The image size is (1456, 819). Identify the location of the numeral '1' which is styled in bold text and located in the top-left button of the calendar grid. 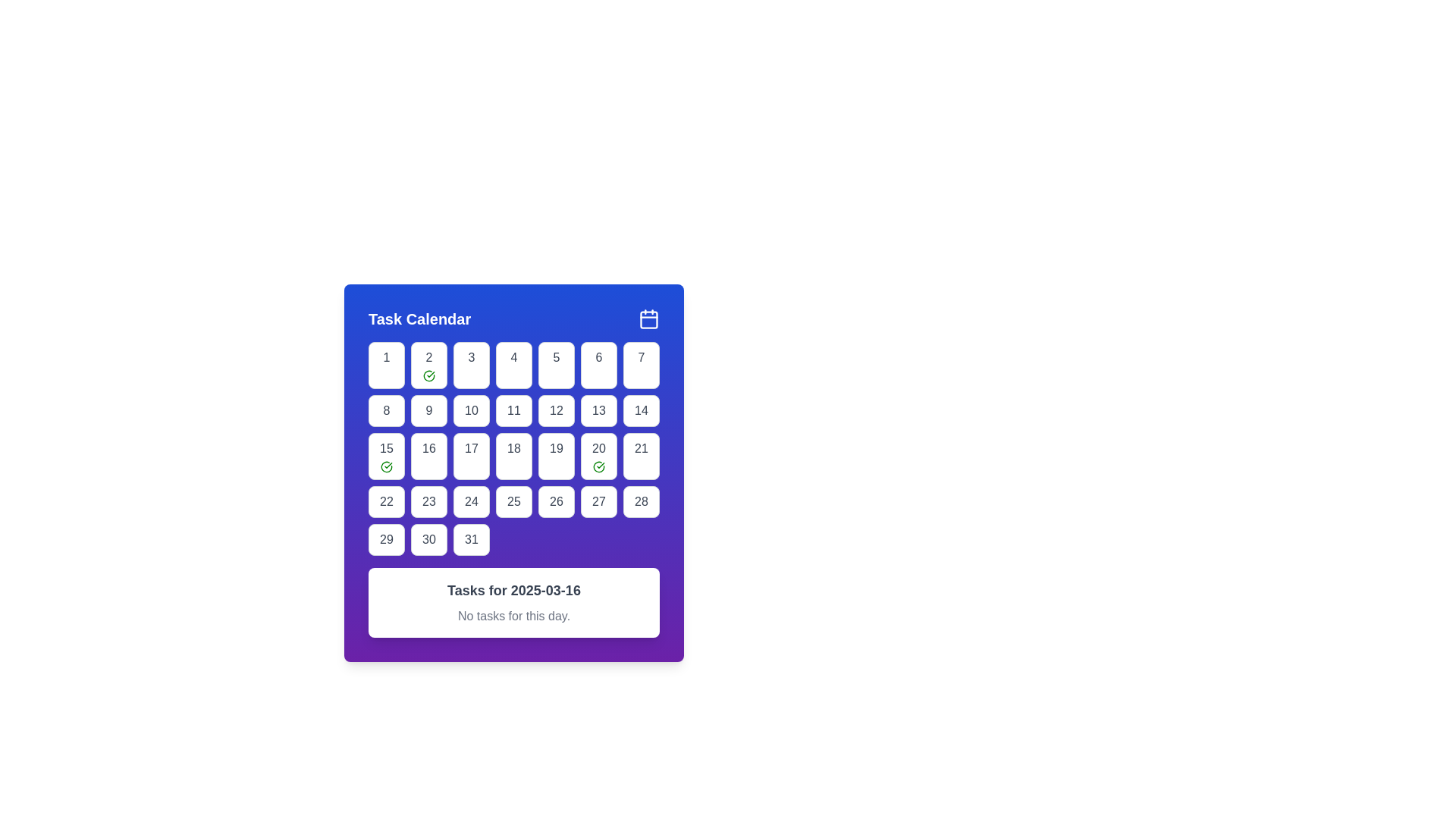
(386, 357).